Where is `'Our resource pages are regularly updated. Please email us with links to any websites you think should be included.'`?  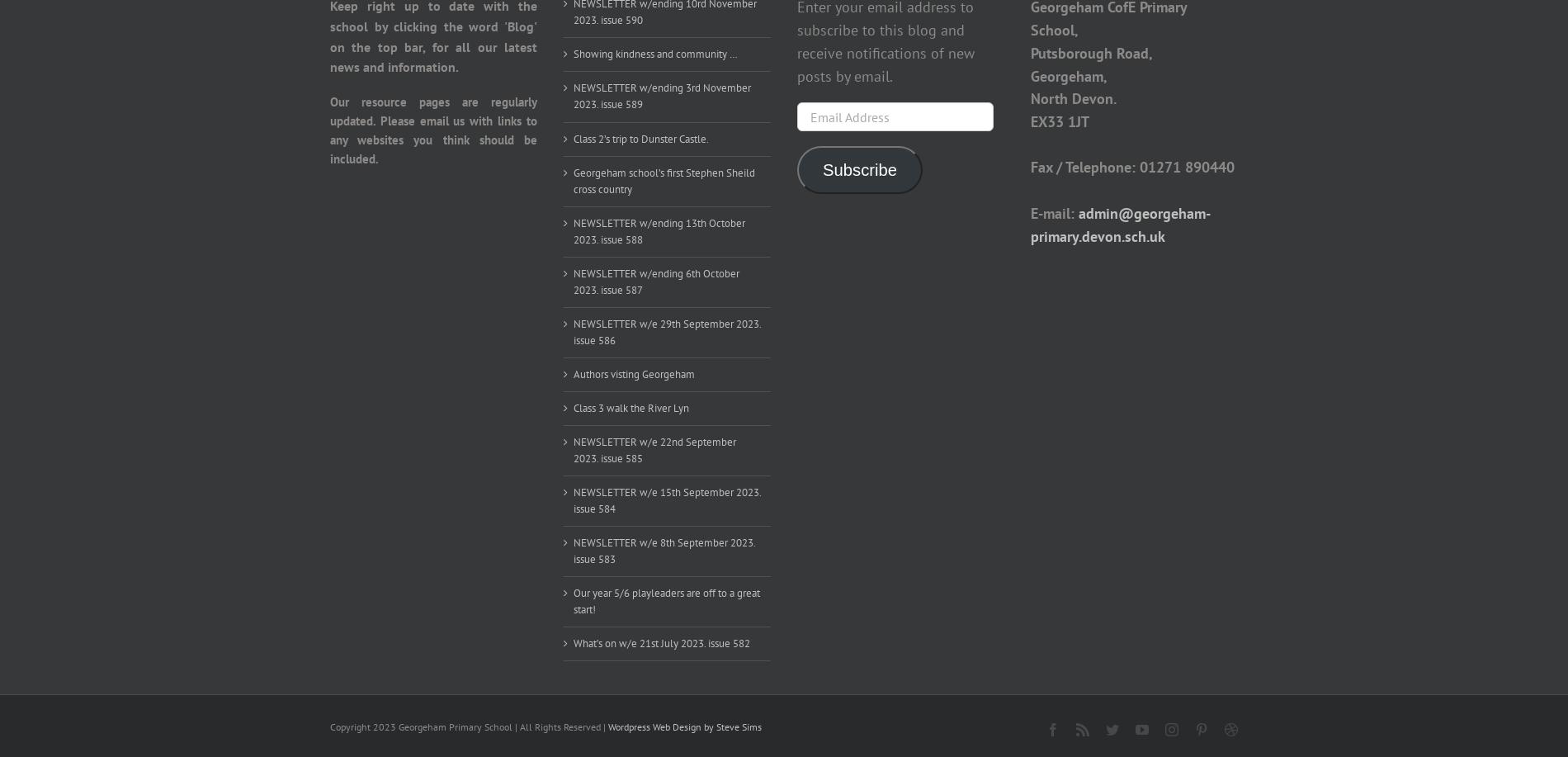 'Our resource pages are regularly updated. Please email us with links to any websites you think should be included.' is located at coordinates (328, 130).